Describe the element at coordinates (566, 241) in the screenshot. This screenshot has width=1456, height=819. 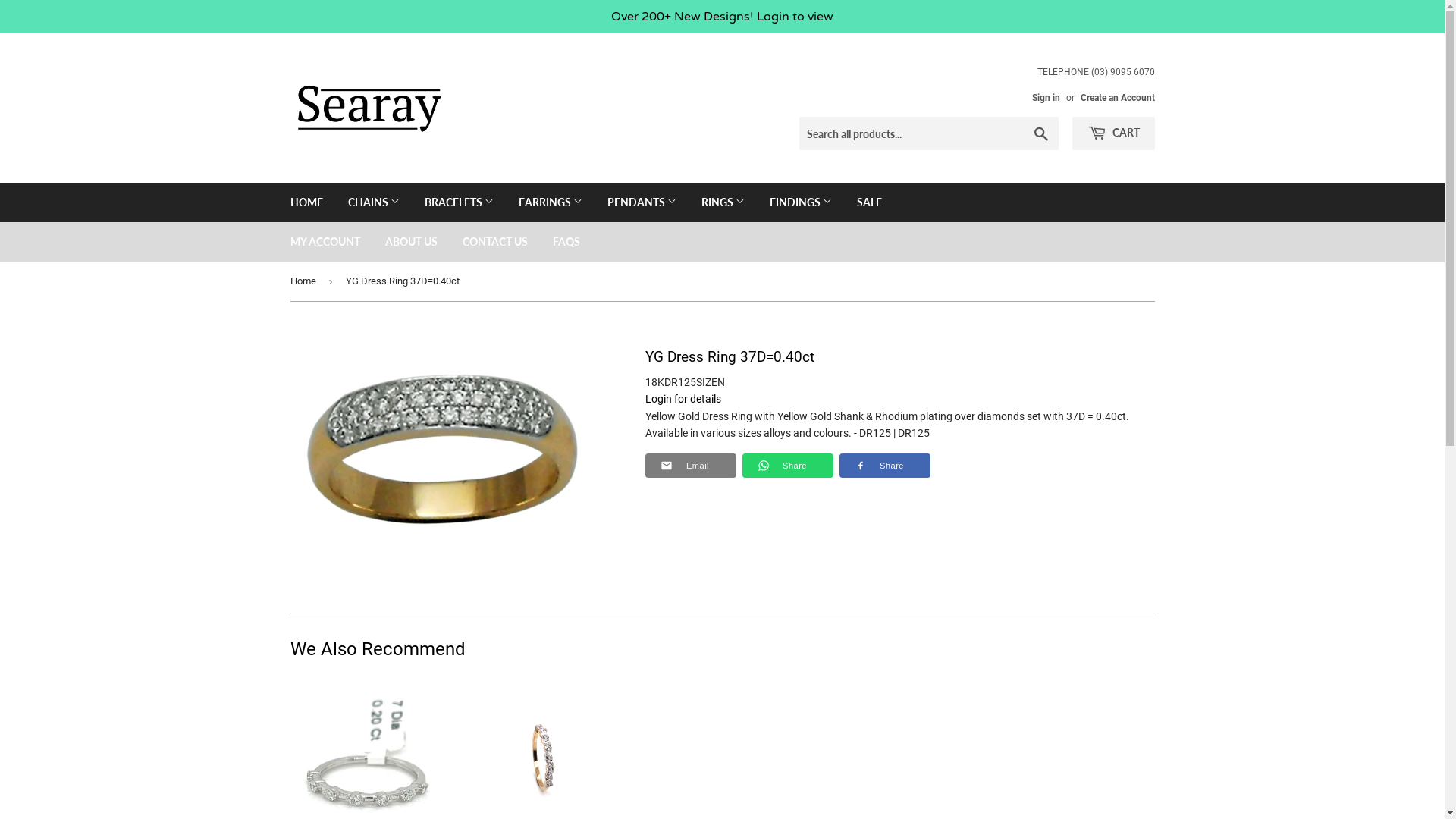
I see `'FAQS'` at that location.